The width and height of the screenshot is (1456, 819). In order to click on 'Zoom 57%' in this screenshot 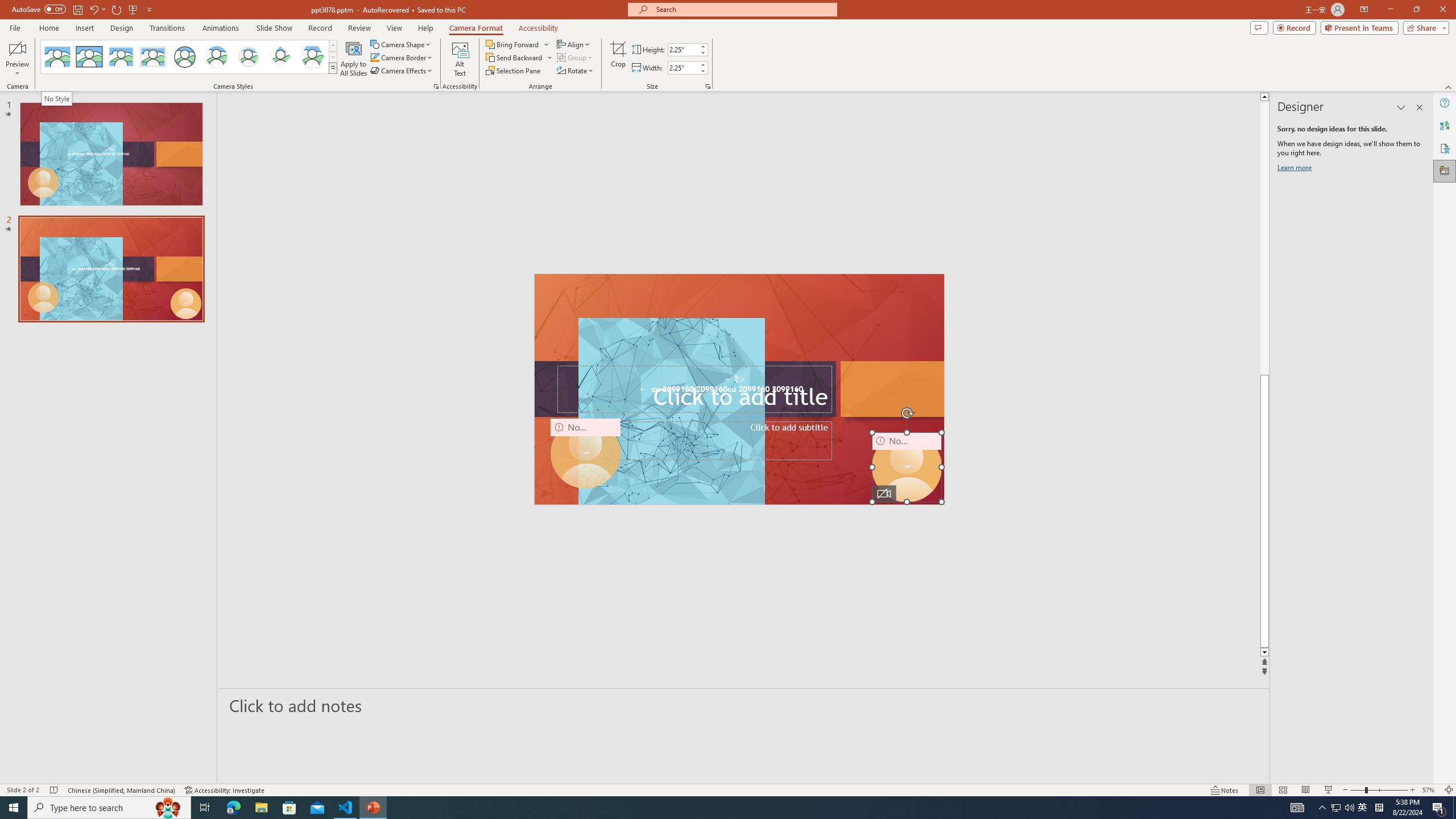, I will do `click(1430, 790)`.